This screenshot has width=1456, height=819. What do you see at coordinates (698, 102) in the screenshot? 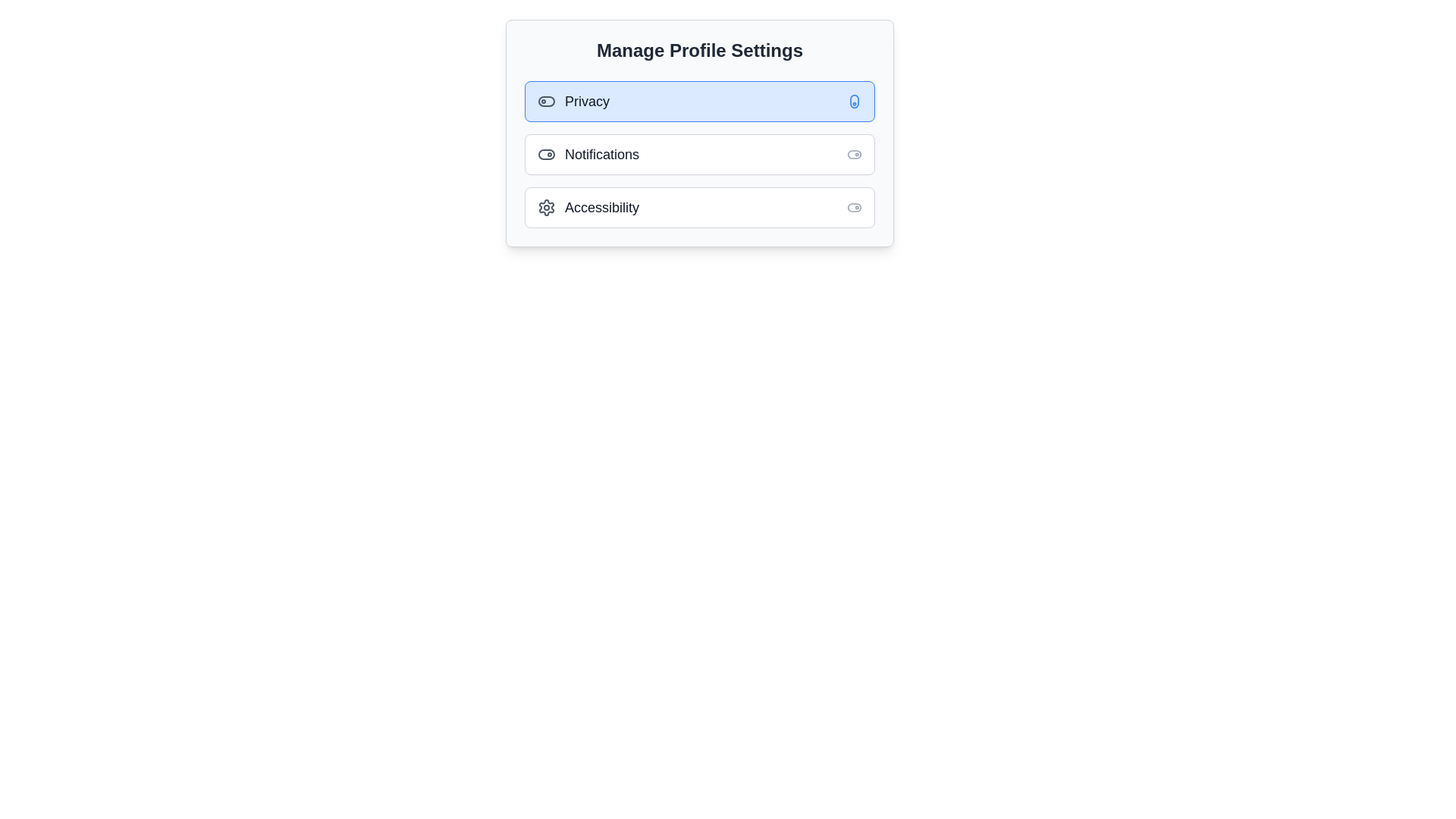
I see `the 'Privacy' settings option in the list` at bounding box center [698, 102].